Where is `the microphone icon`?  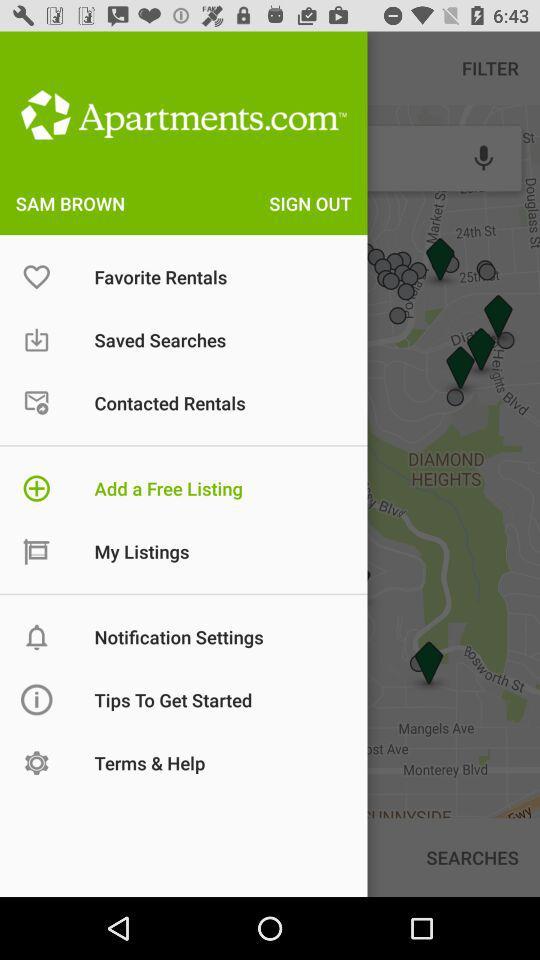 the microphone icon is located at coordinates (482, 157).